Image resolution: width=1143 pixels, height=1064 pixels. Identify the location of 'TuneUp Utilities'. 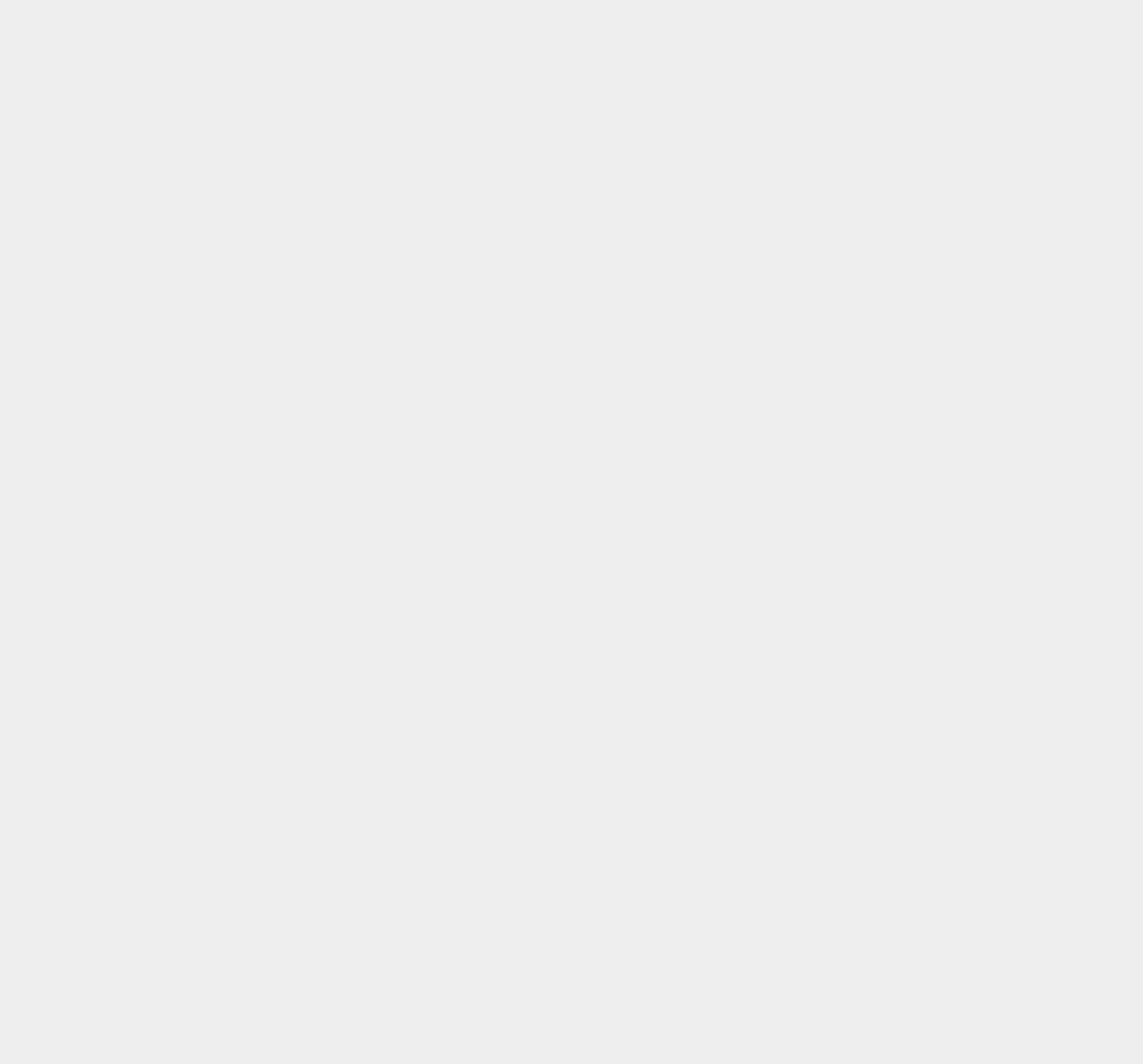
(854, 79).